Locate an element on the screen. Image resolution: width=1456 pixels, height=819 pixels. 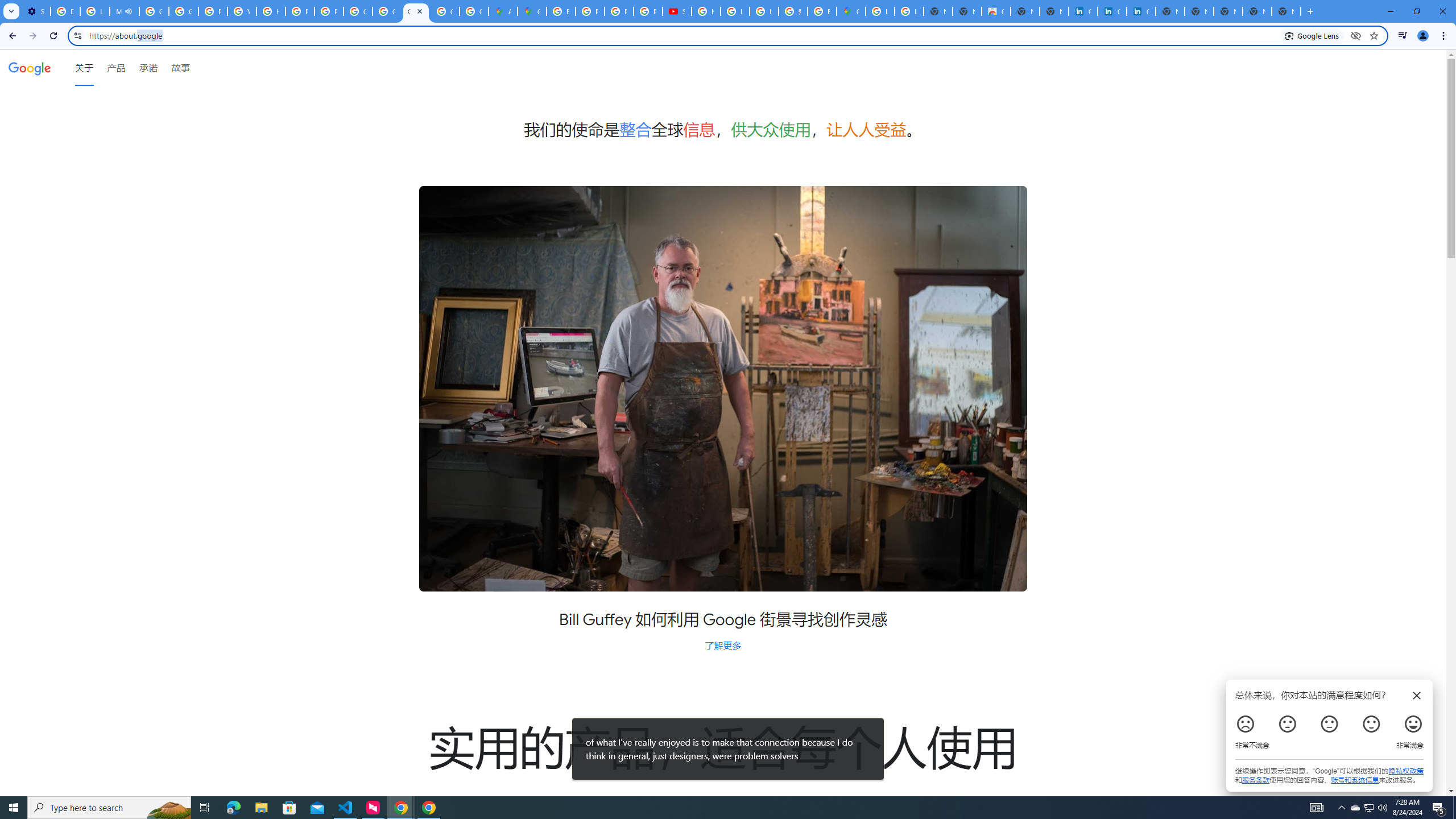
'New Tab' is located at coordinates (1286, 11).